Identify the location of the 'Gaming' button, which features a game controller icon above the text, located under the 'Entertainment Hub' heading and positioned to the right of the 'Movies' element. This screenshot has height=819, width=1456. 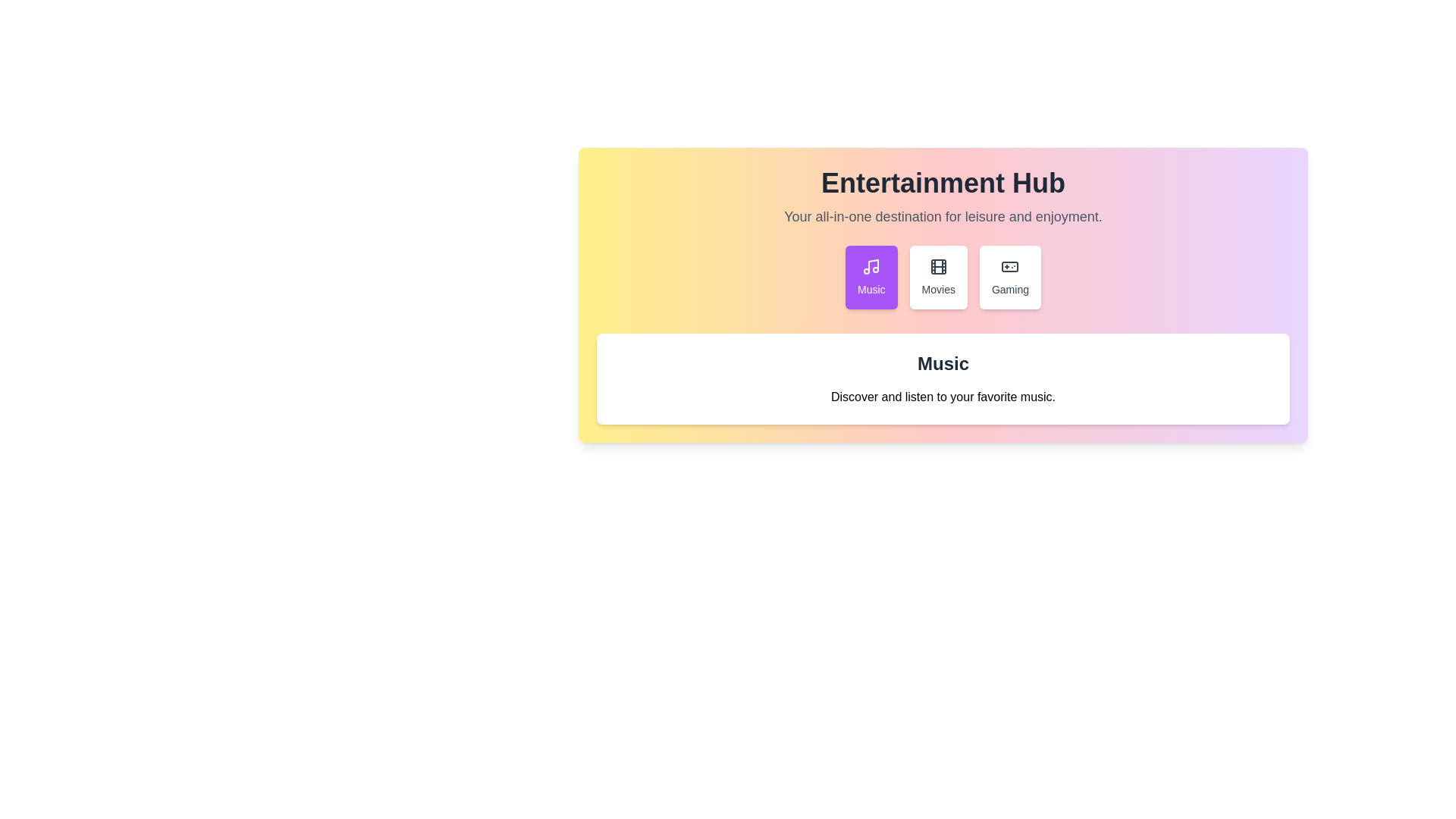
(1010, 278).